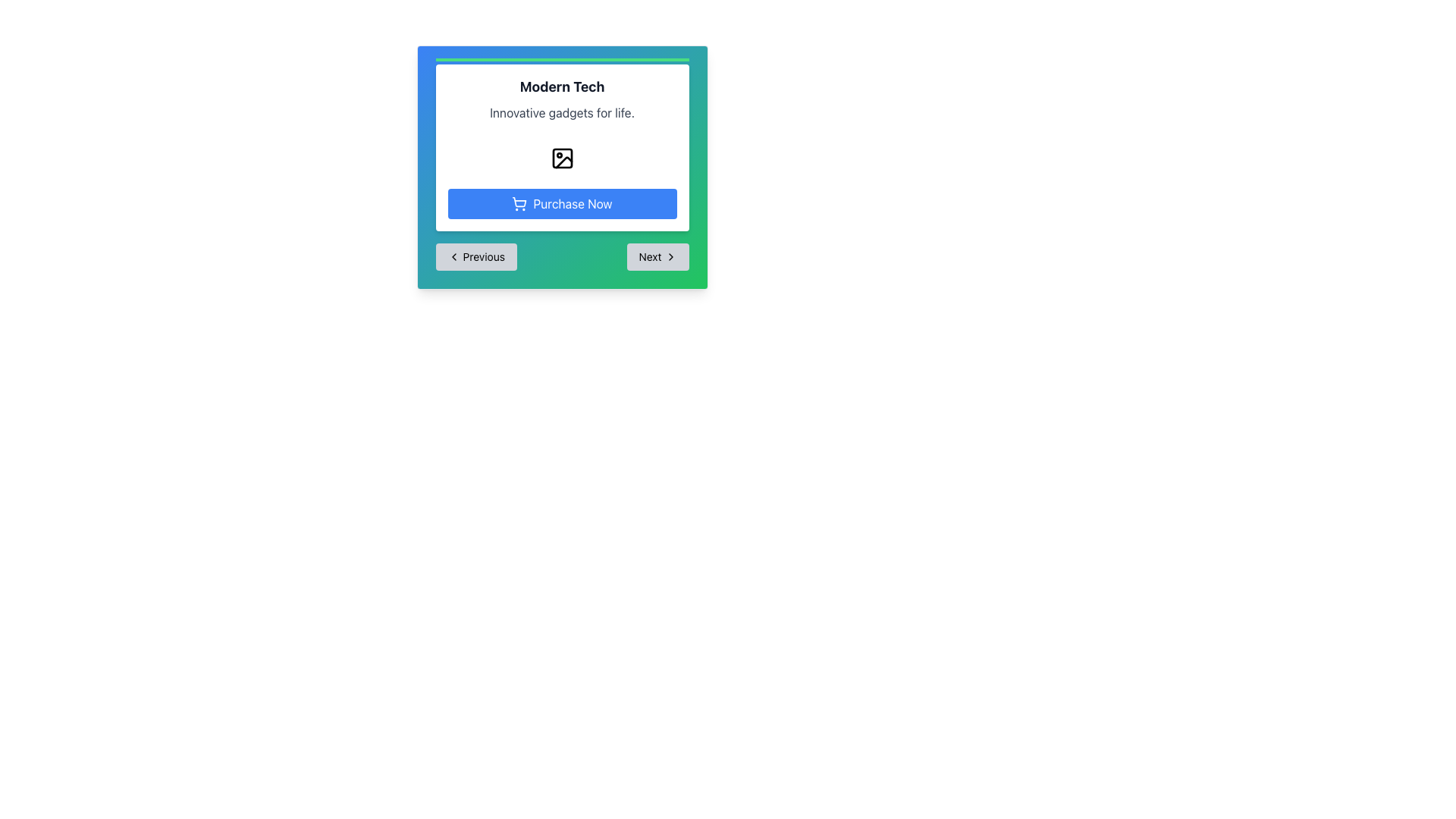  Describe the element at coordinates (561, 112) in the screenshot. I see `the static text element reading 'Innovative gadgets for life.' which is located below the bold title 'Modern Tech'` at that location.